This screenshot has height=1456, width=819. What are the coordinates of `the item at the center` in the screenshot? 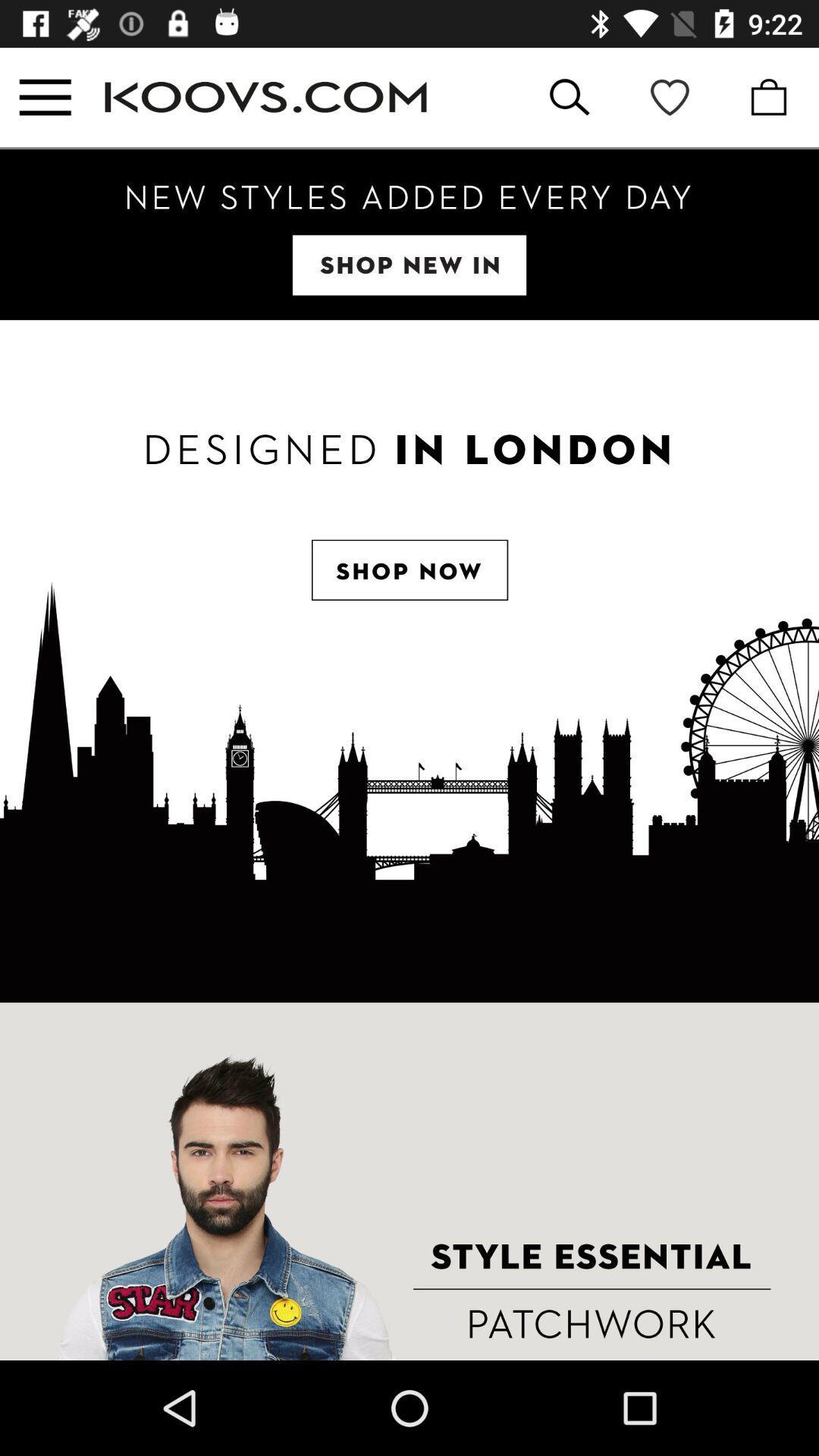 It's located at (409, 661).